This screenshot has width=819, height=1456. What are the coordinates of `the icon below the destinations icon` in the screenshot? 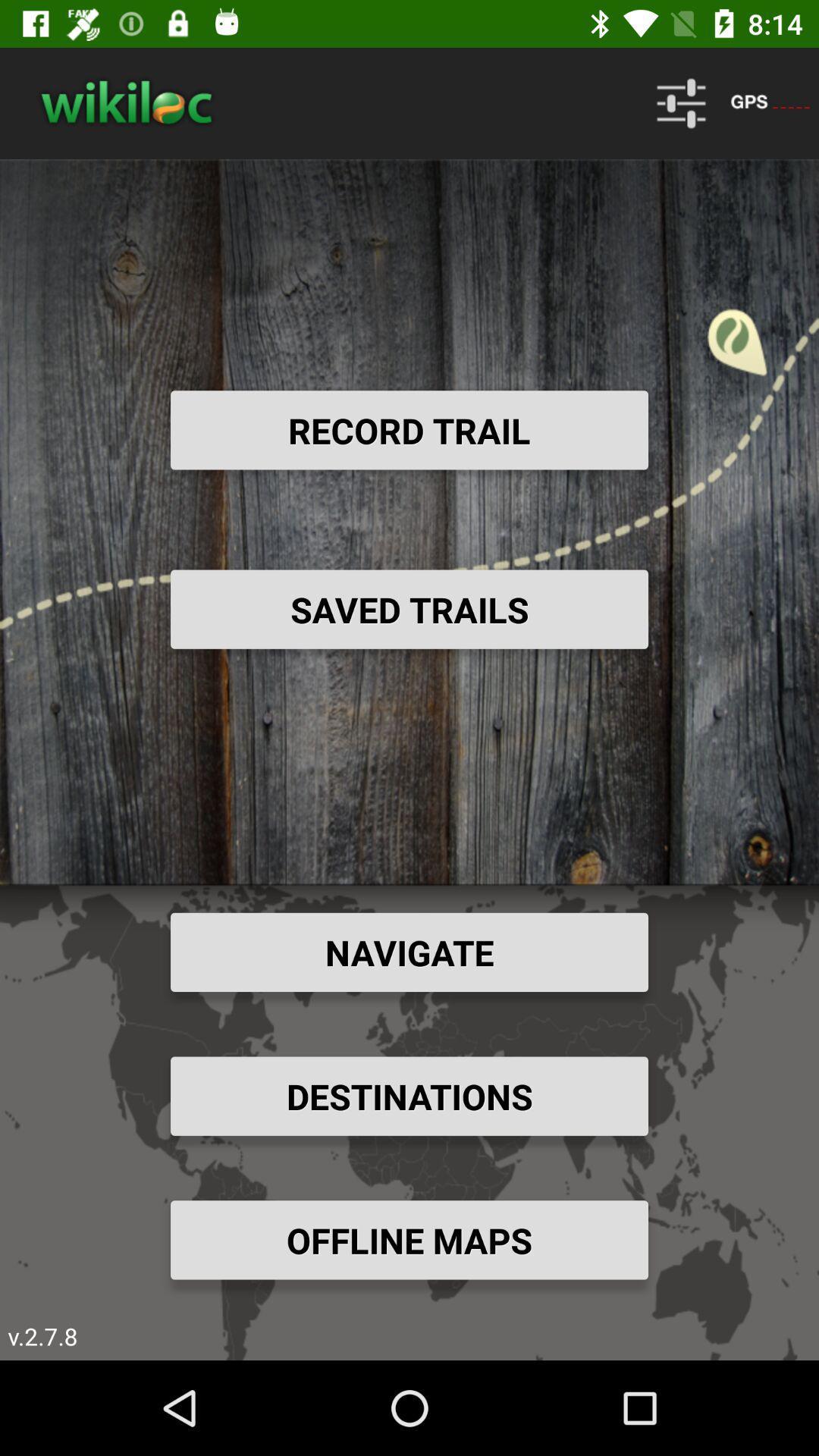 It's located at (409, 1240).